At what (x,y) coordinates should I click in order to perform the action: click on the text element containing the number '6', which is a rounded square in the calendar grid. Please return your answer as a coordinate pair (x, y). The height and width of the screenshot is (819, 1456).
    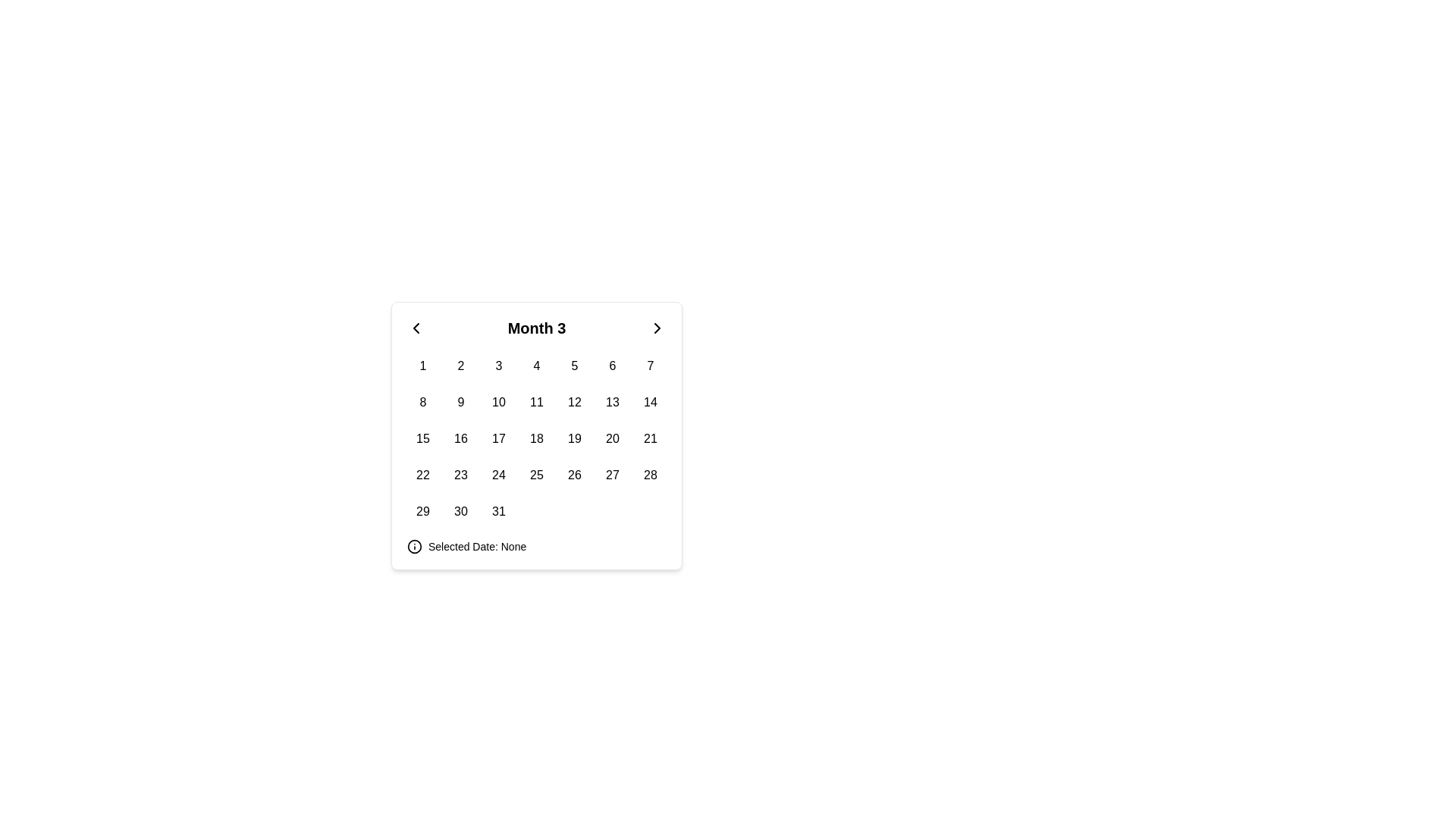
    Looking at the image, I should click on (612, 366).